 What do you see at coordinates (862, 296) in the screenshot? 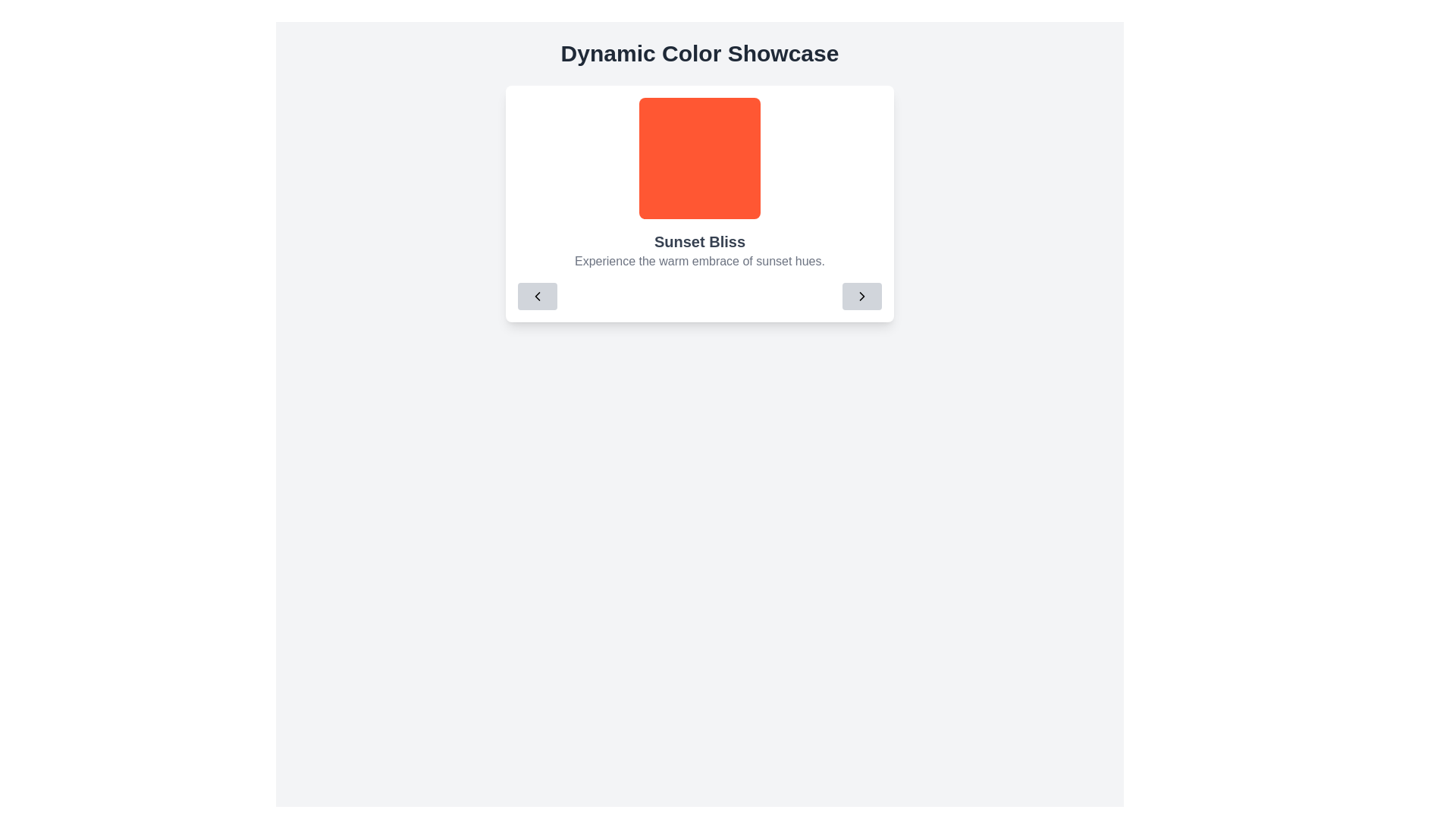
I see `the forward navigation icon located in the lower-right corner of the 'Sunset Bliss' panel` at bounding box center [862, 296].